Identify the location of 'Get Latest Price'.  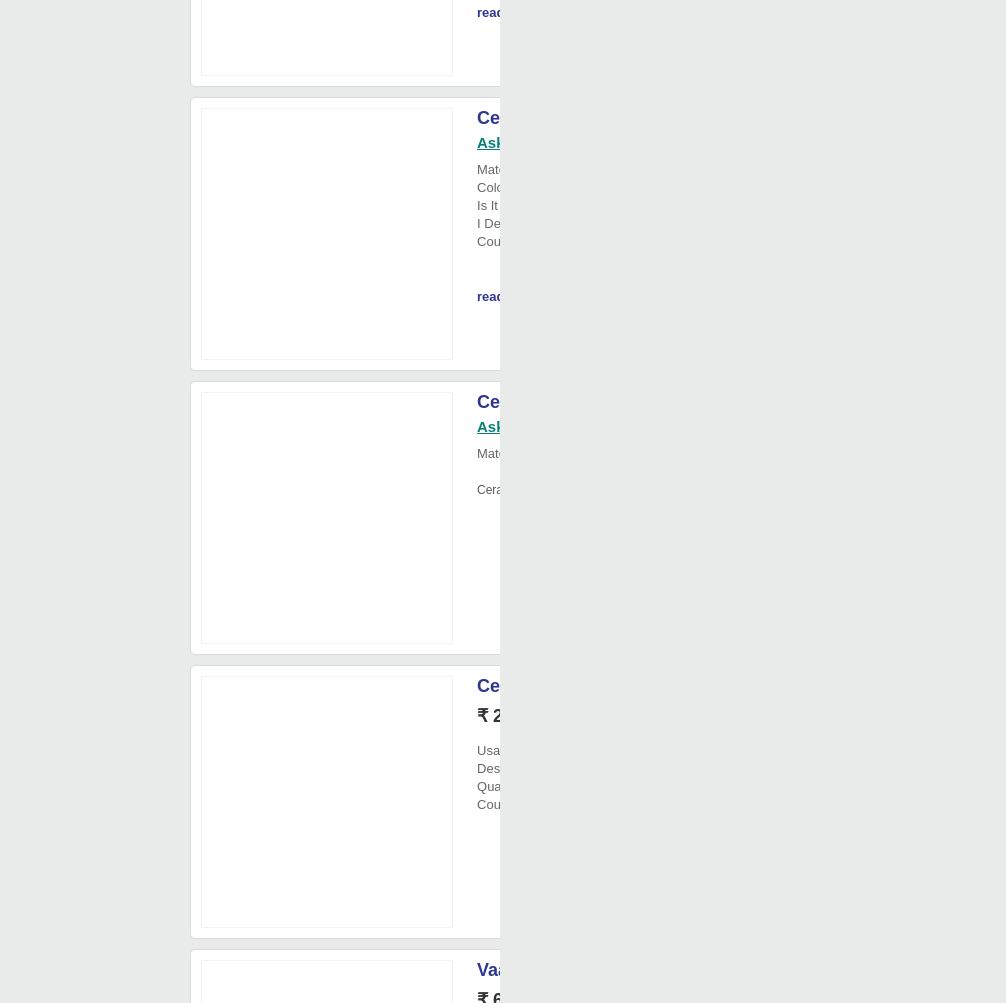
(638, 716).